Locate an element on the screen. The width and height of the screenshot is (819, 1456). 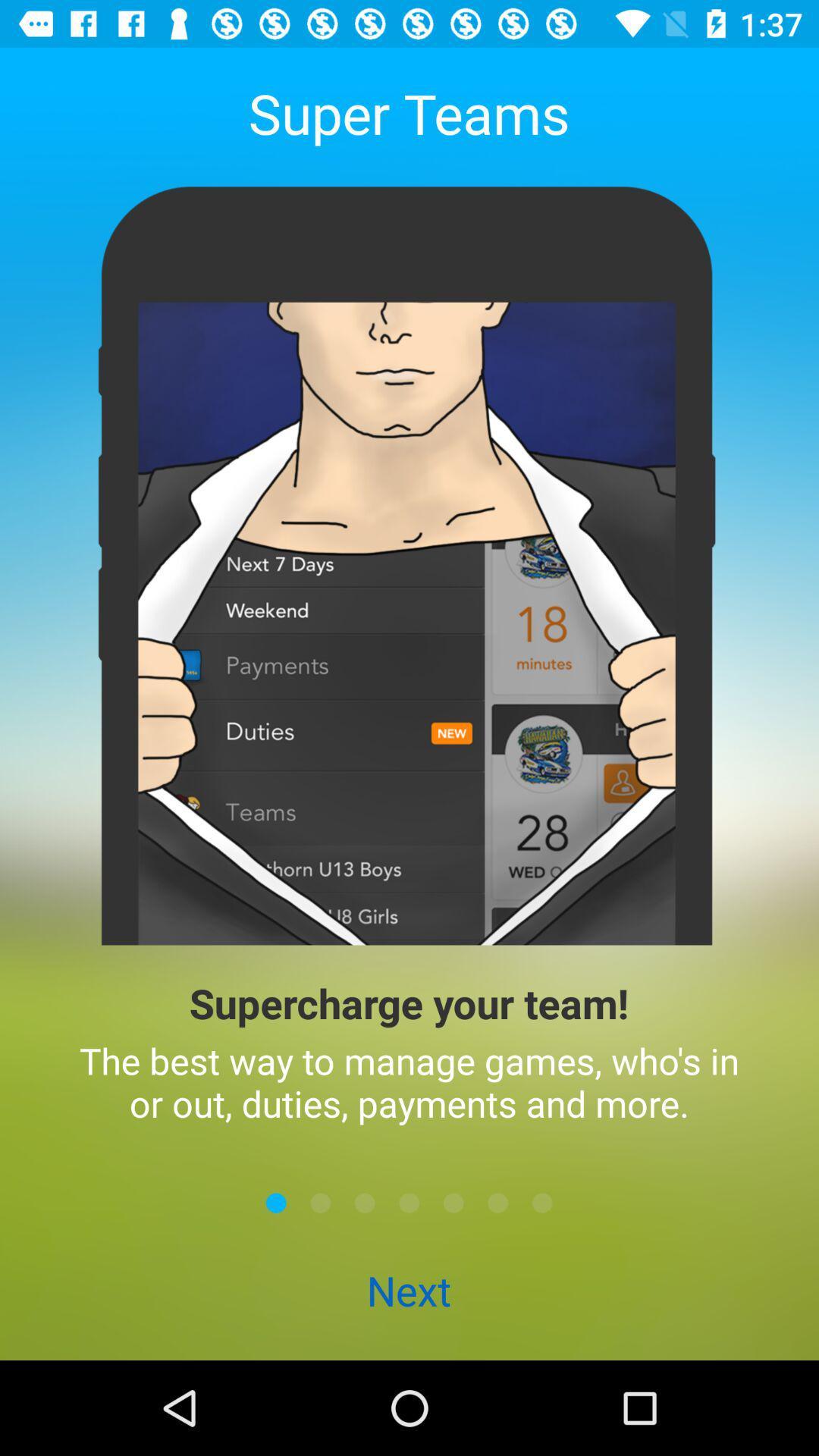
next is located at coordinates (541, 1202).